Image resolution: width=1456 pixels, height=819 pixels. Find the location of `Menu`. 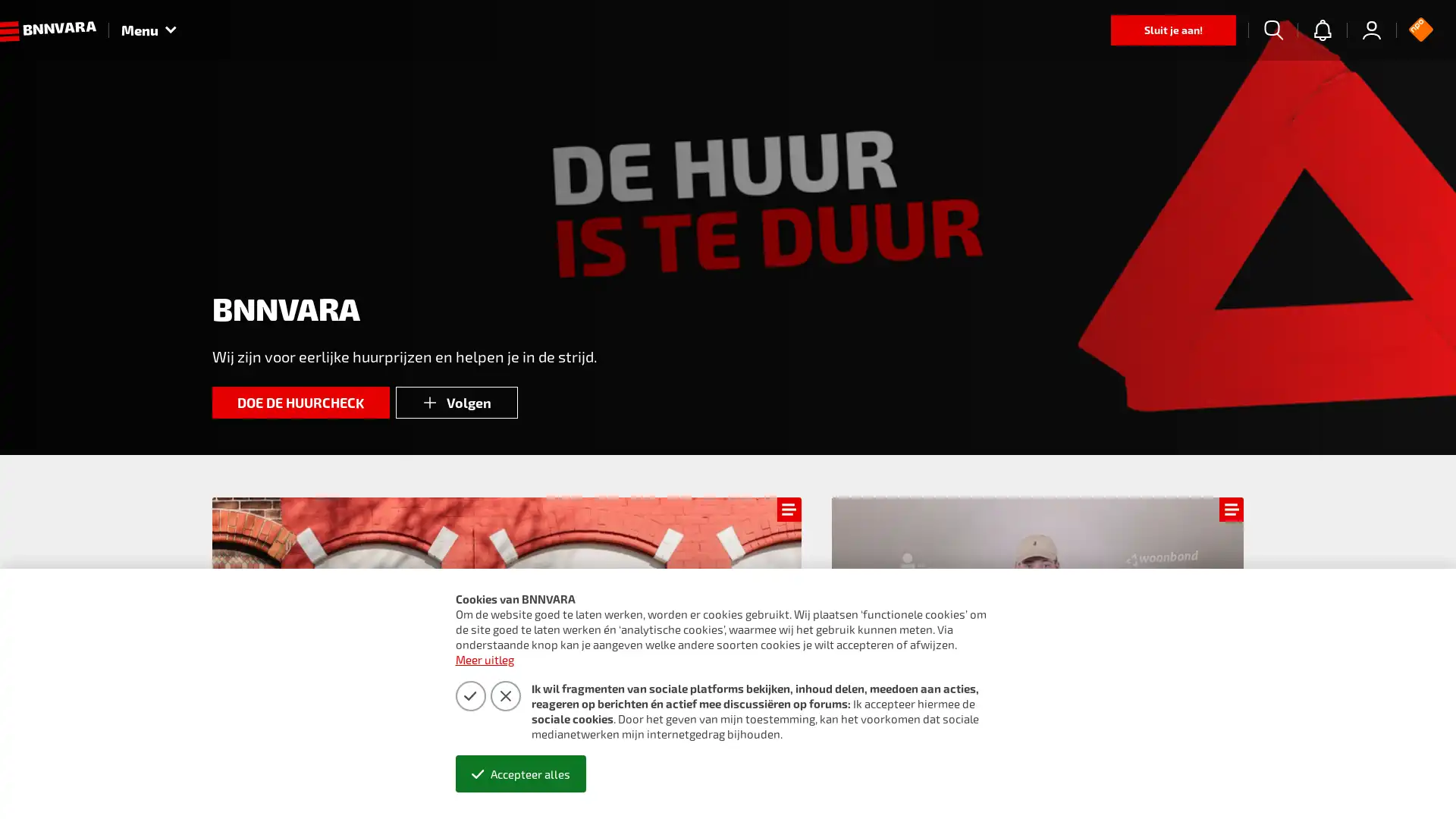

Menu is located at coordinates (149, 30).